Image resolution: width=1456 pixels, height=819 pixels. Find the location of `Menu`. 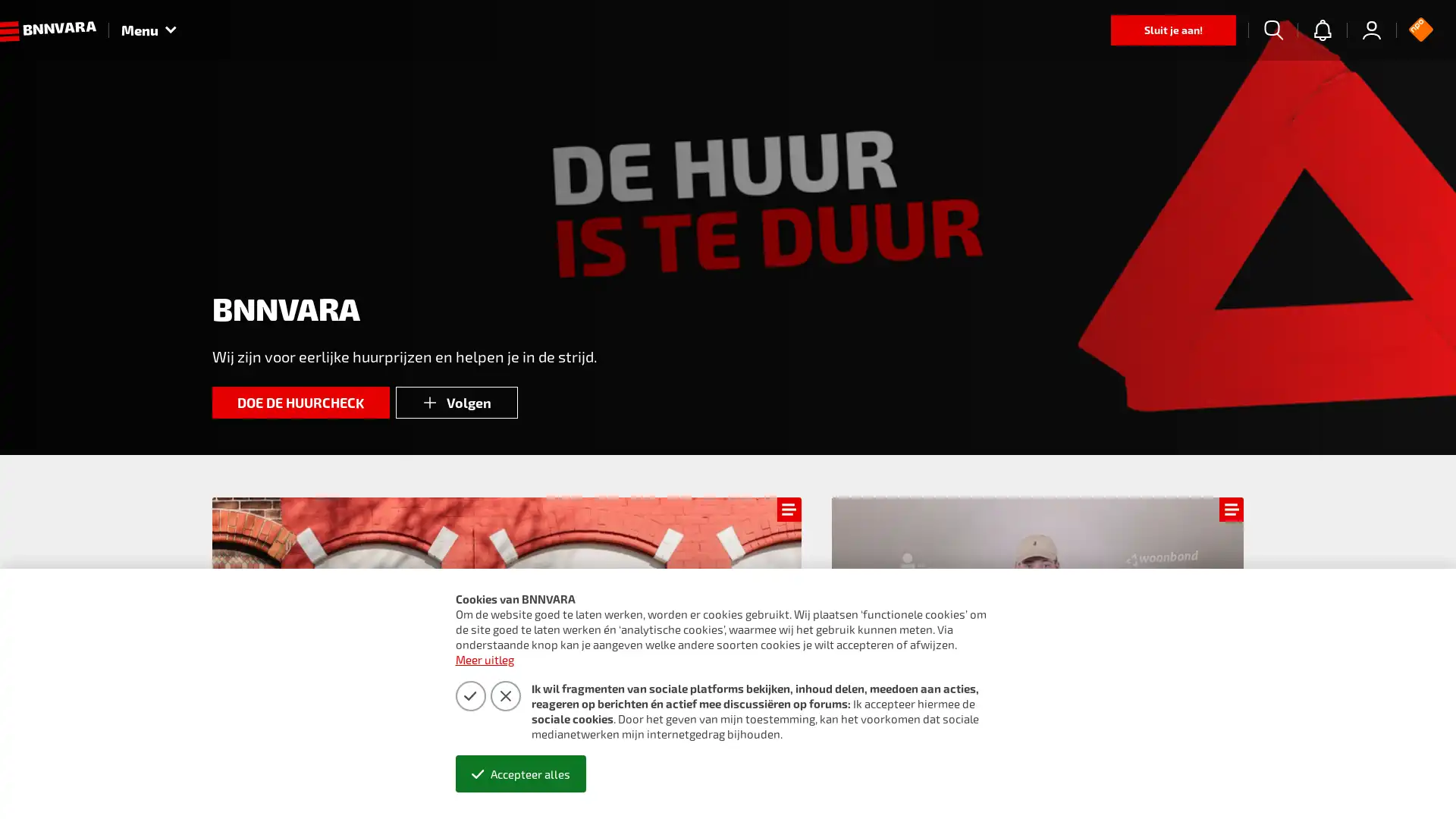

Menu is located at coordinates (149, 30).